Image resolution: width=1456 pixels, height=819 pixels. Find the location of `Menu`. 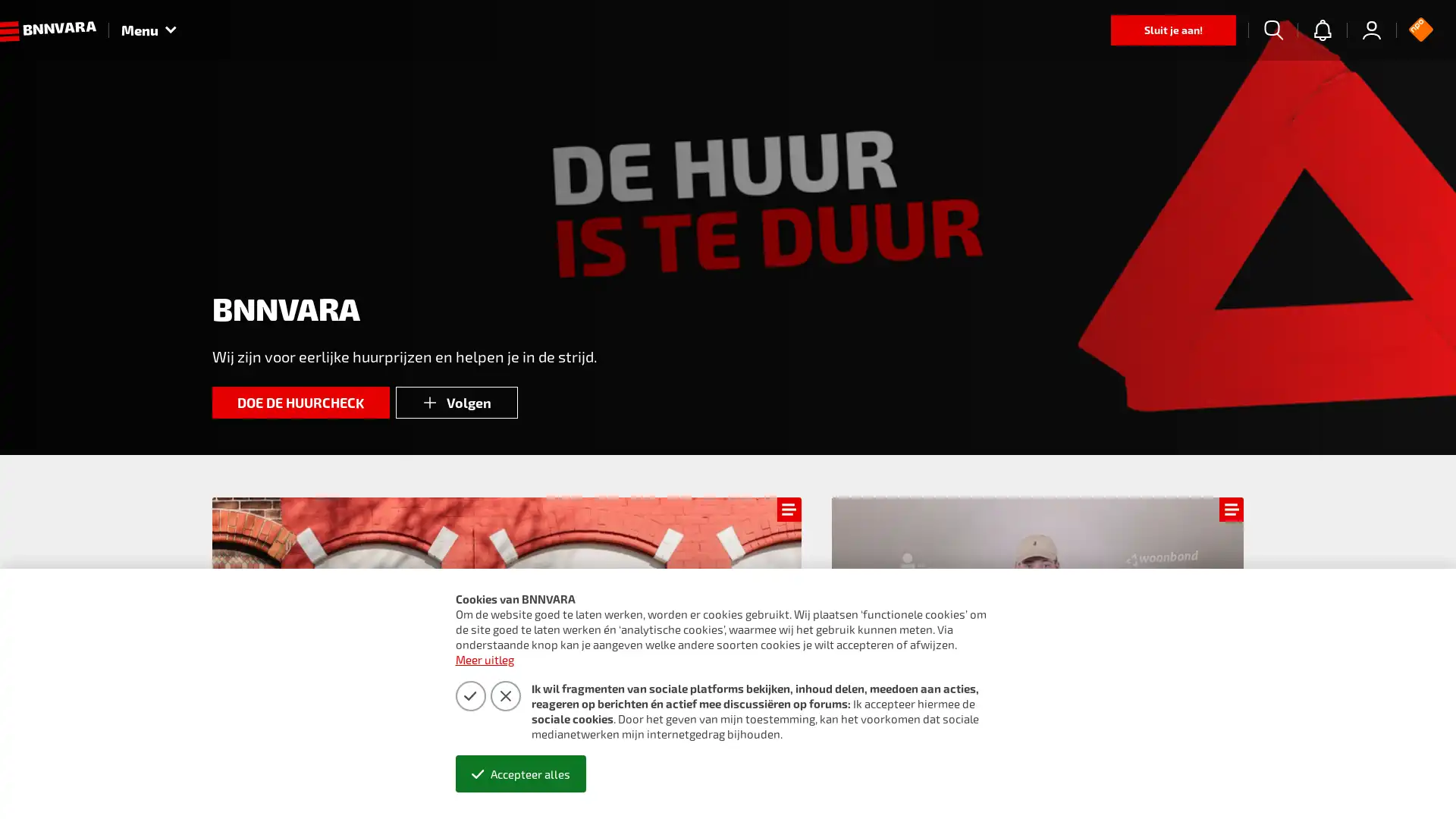

Menu is located at coordinates (149, 30).